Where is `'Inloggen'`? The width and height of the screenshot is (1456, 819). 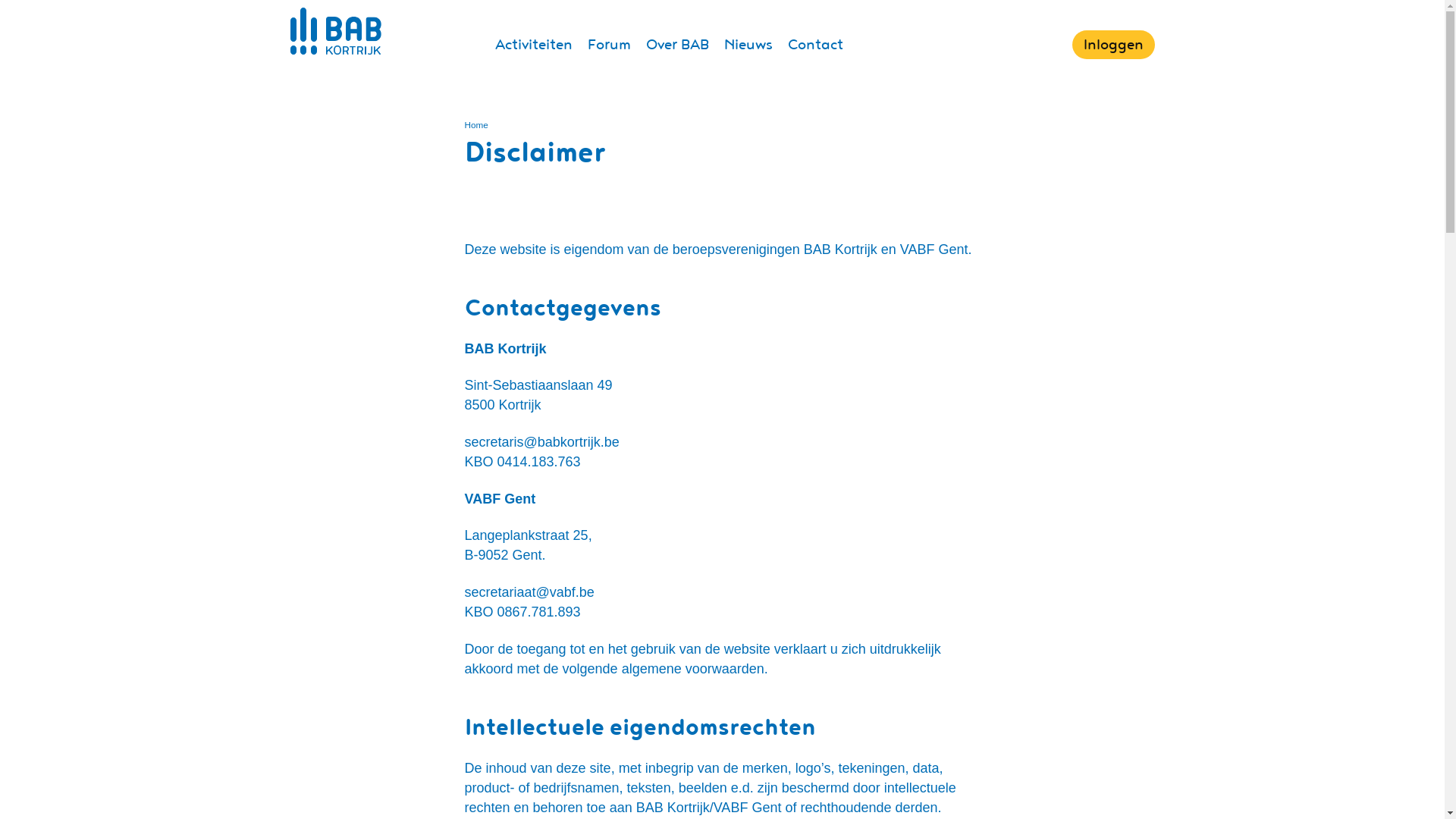 'Inloggen' is located at coordinates (1072, 43).